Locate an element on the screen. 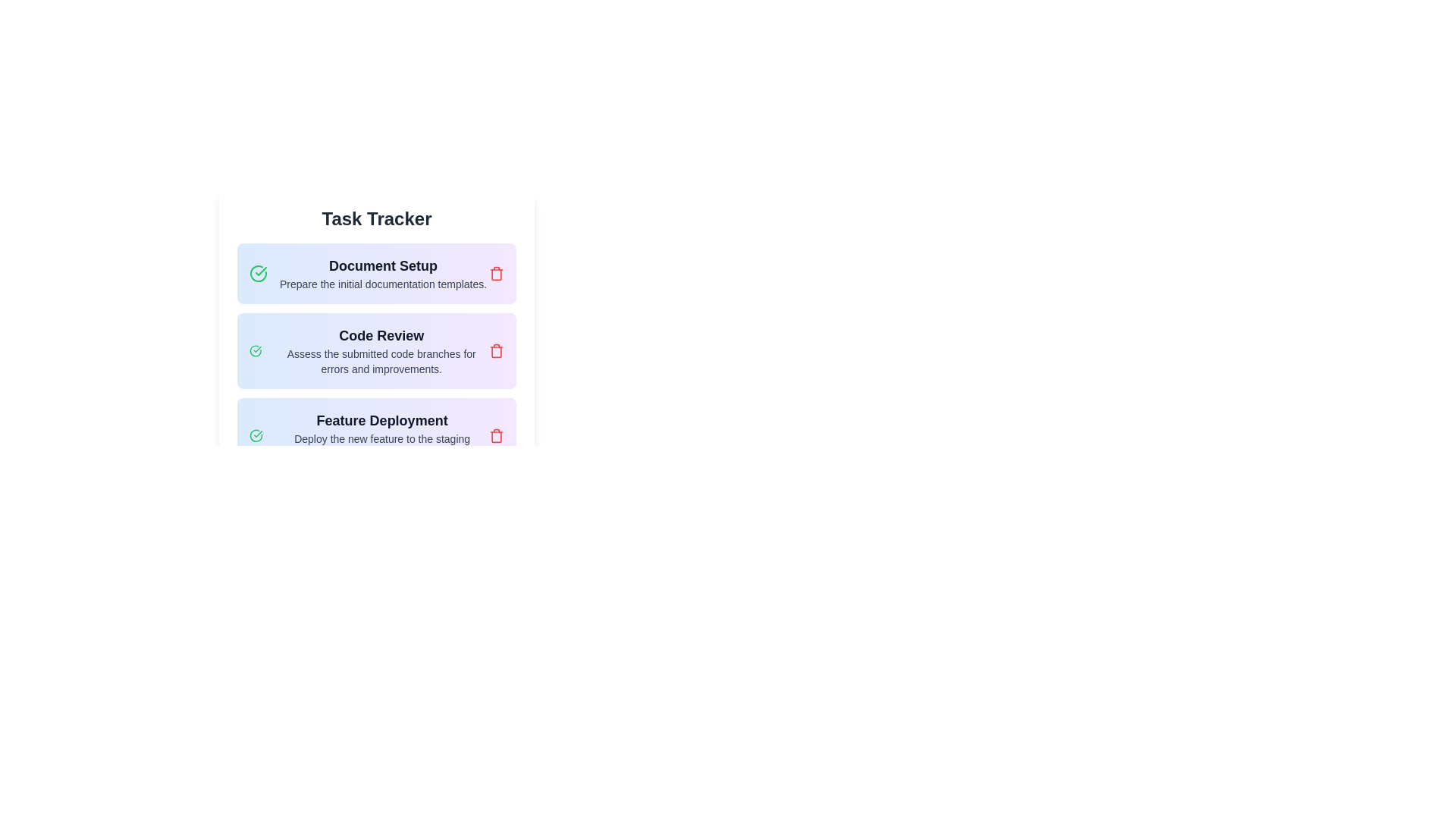  the green checkmark icon in the task entry component to mark the task related to deploying a feature as complete is located at coordinates (377, 435).